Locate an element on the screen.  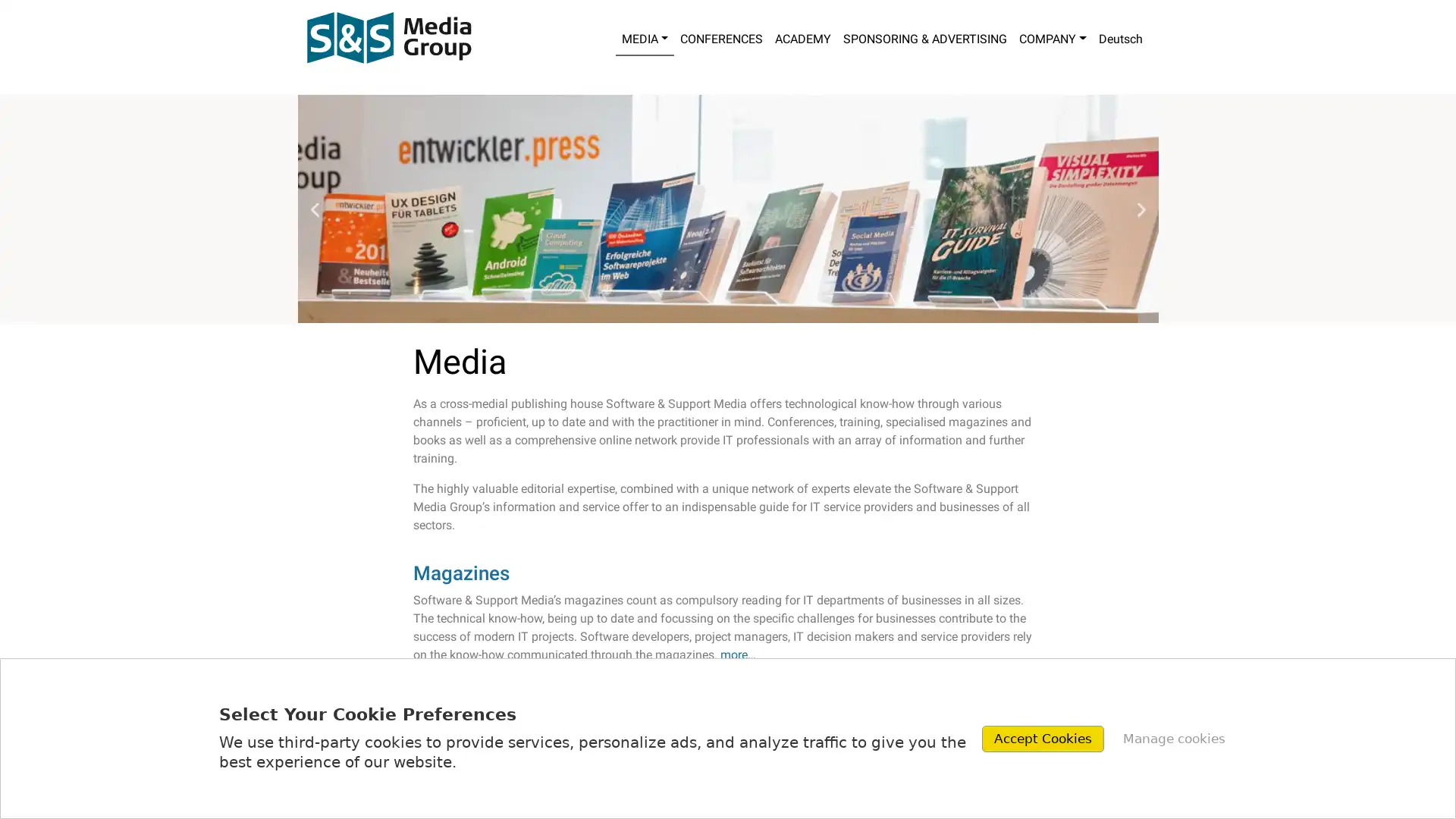
Next slide is located at coordinates (1141, 209).